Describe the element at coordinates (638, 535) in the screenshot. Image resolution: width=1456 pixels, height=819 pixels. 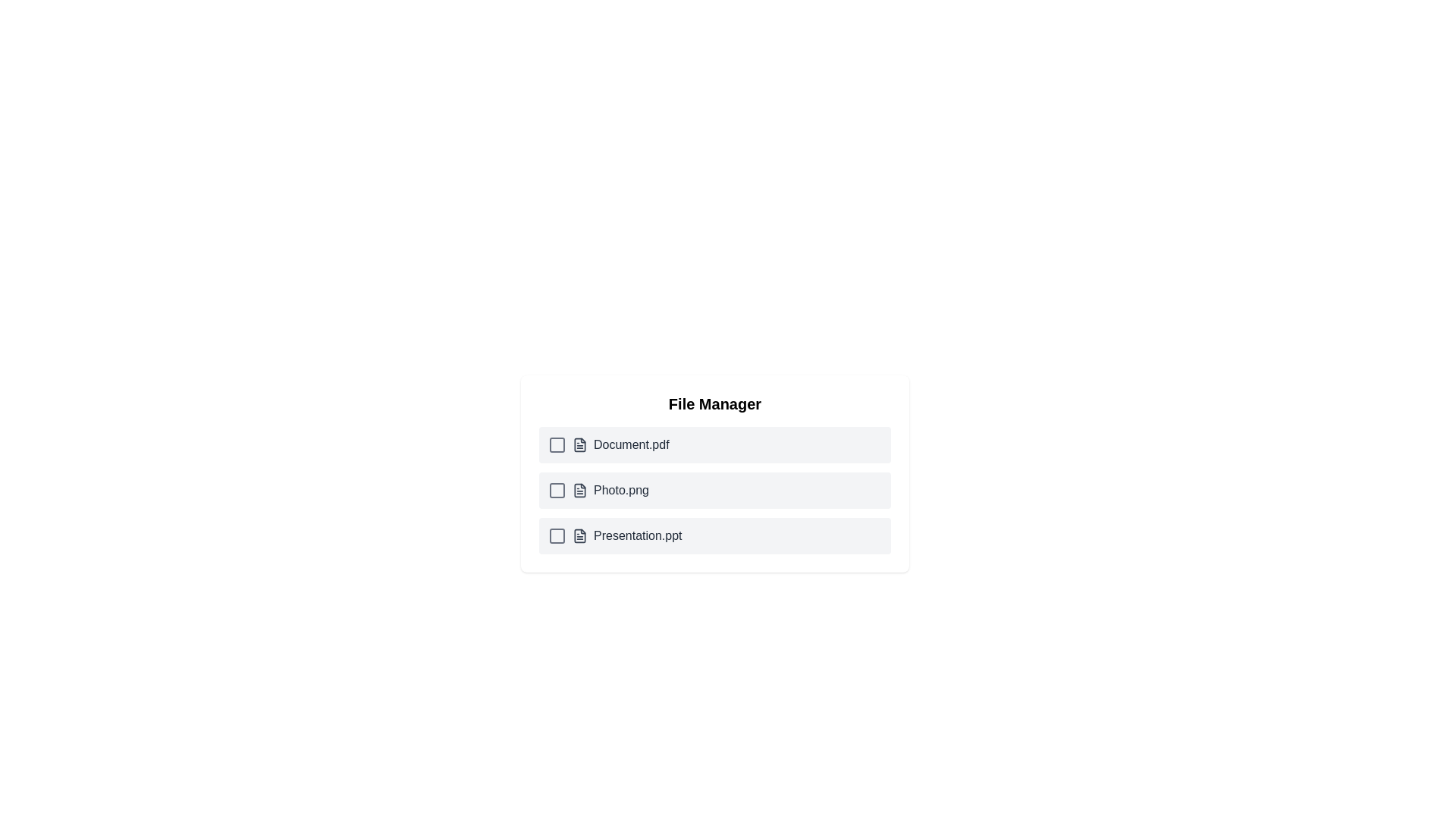
I see `the text label representing the file name 'Presentation.ppt' in the file manager interface` at that location.